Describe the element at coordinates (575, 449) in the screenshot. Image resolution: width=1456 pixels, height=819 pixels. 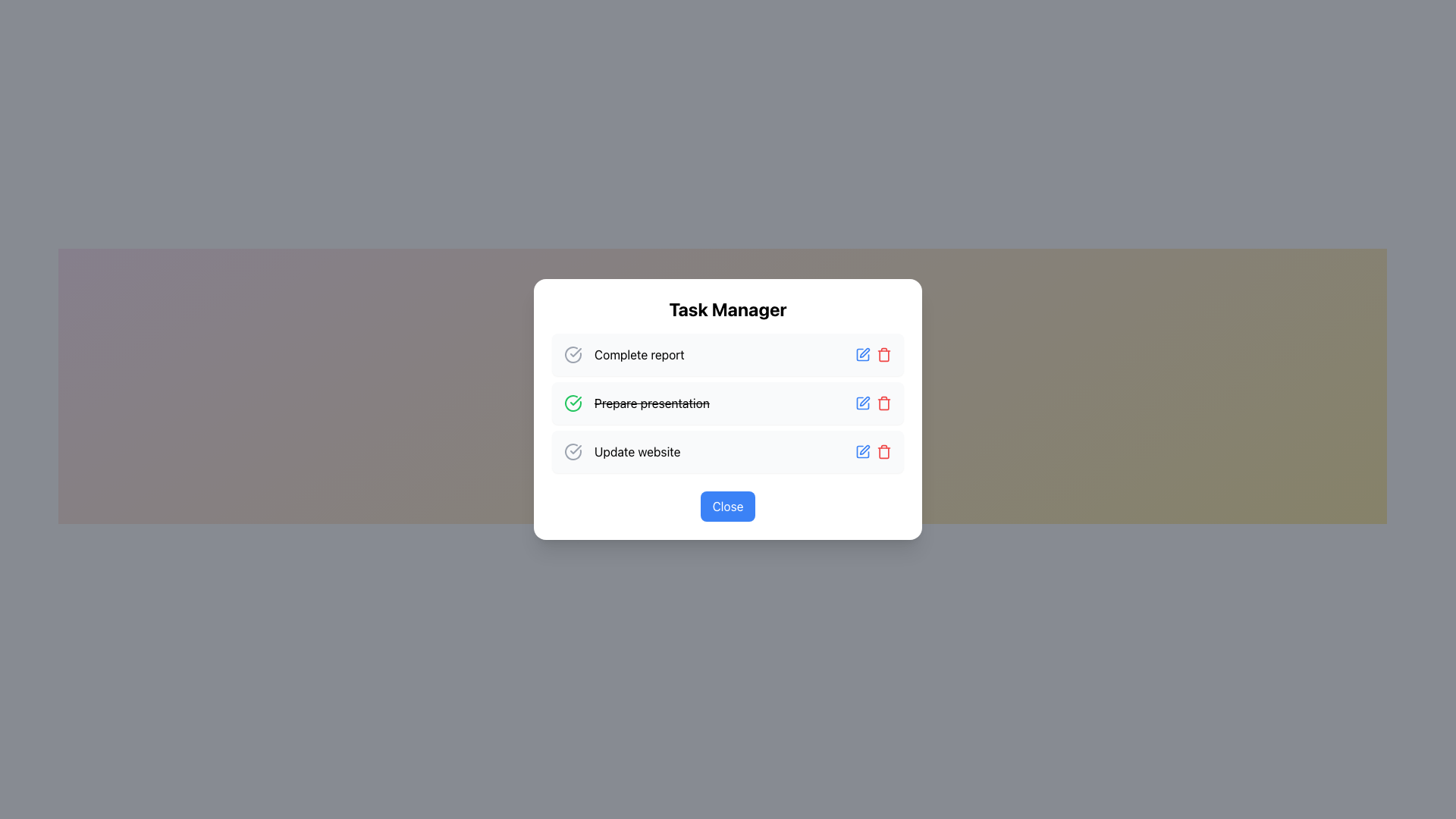
I see `the Vector graphic icon that indicates the completion status of a task, located to the left of the text 'Complete report'` at that location.